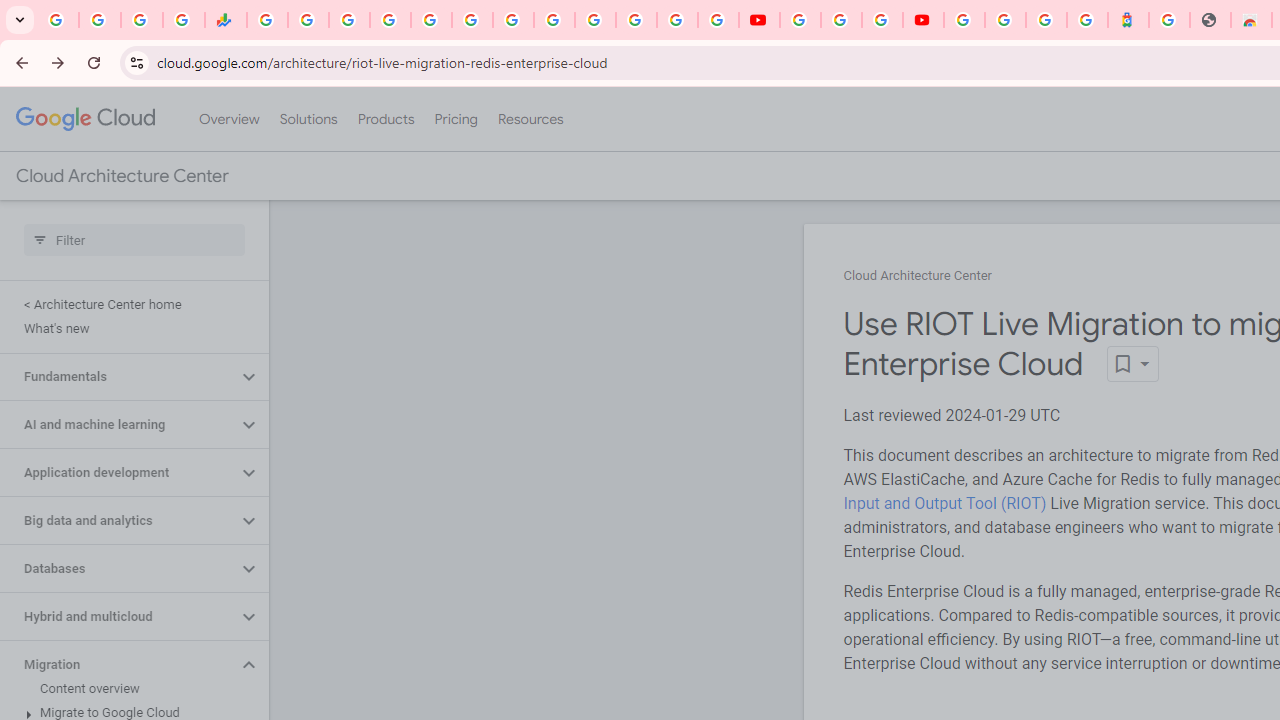 The width and height of the screenshot is (1280, 720). Describe the element at coordinates (117, 569) in the screenshot. I see `'Databases'` at that location.